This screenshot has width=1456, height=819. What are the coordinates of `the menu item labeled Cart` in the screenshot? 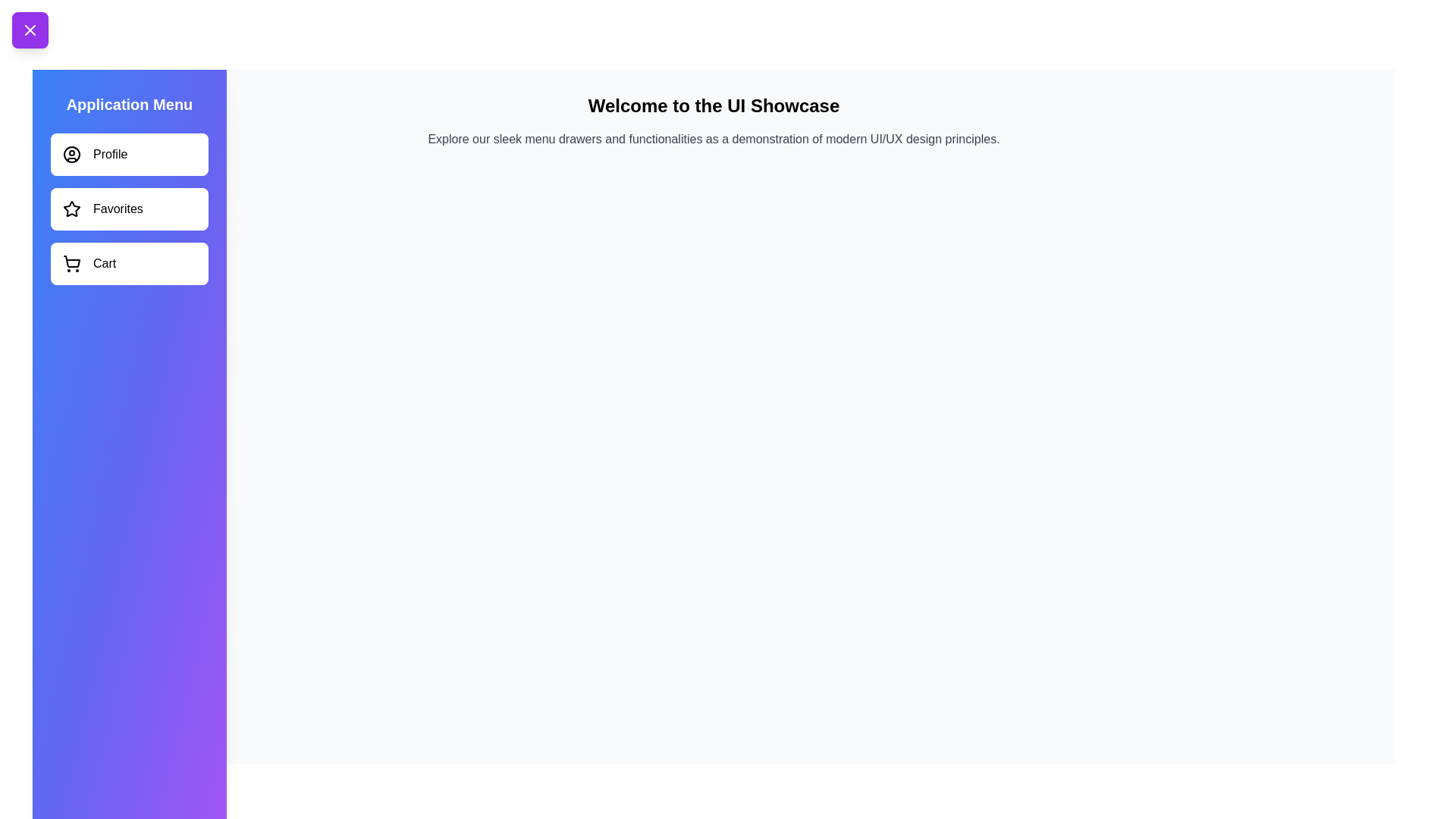 It's located at (130, 262).